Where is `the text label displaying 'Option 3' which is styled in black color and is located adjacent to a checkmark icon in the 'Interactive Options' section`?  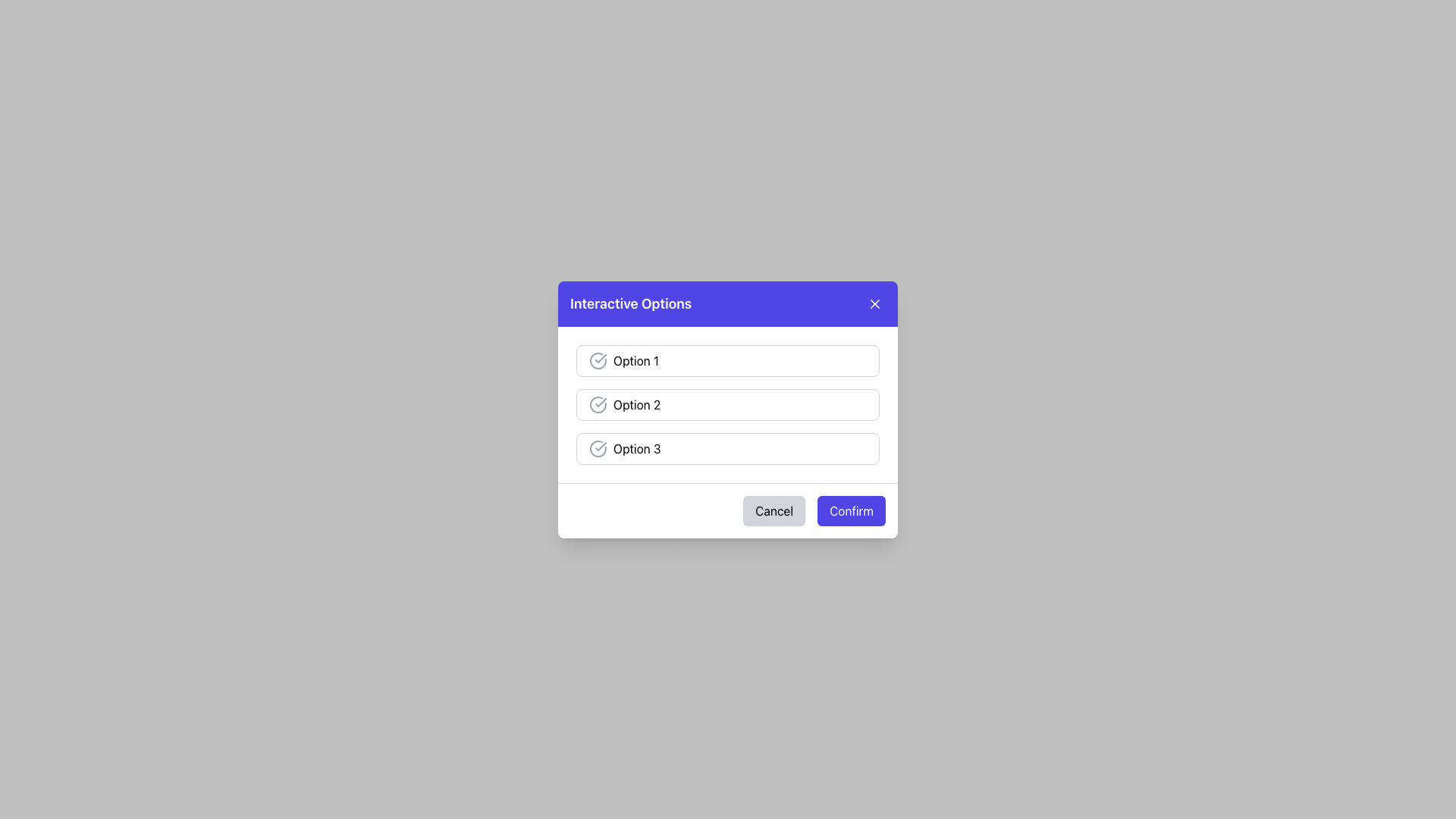
the text label displaying 'Option 3' which is styled in black color and is located adjacent to a checkmark icon in the 'Interactive Options' section is located at coordinates (637, 447).